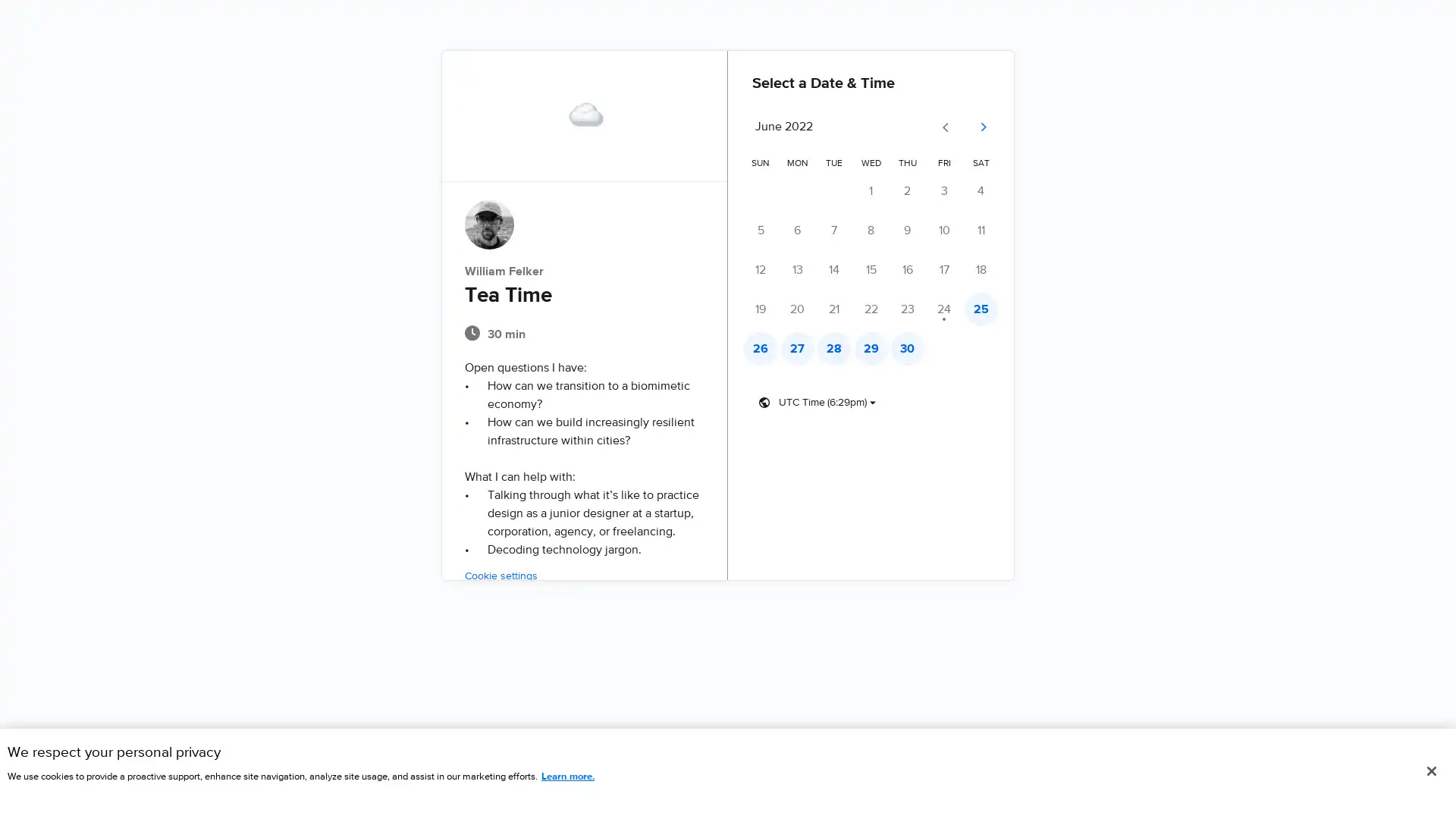 This screenshot has height=819, width=1456. I want to click on Thursday, June 23 - No times available, so click(917, 309).